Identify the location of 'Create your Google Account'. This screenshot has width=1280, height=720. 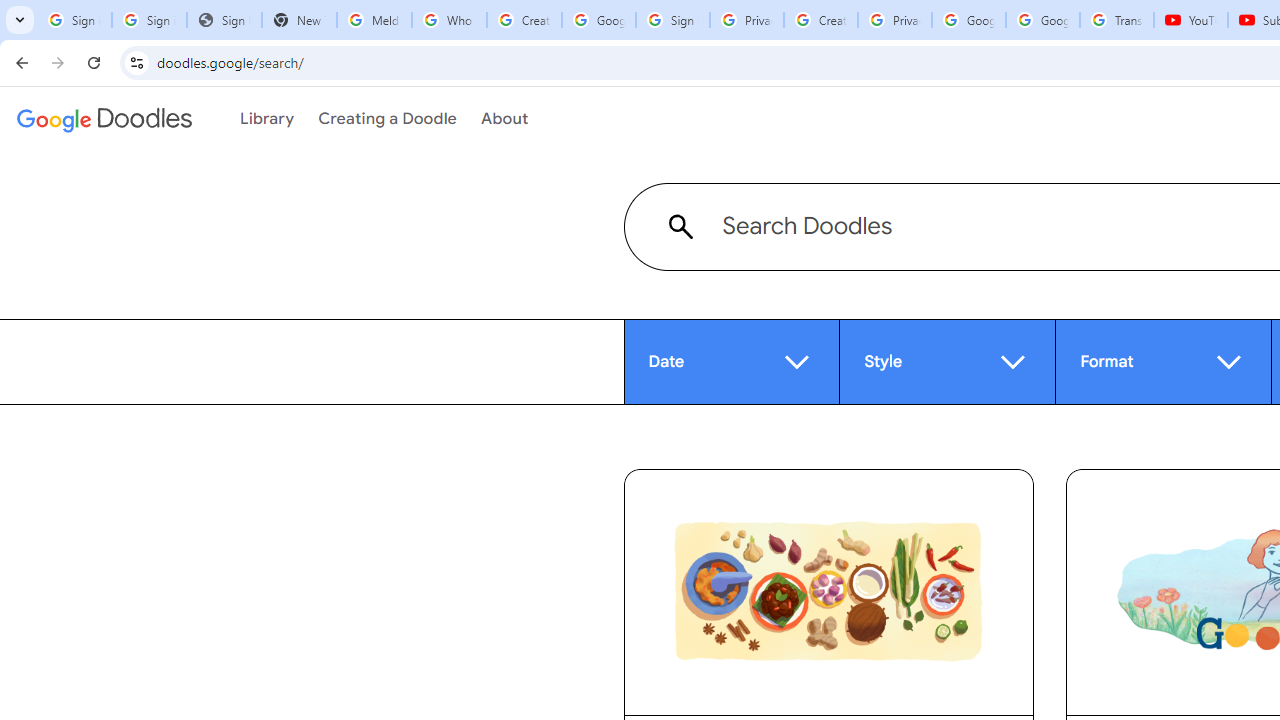
(820, 20).